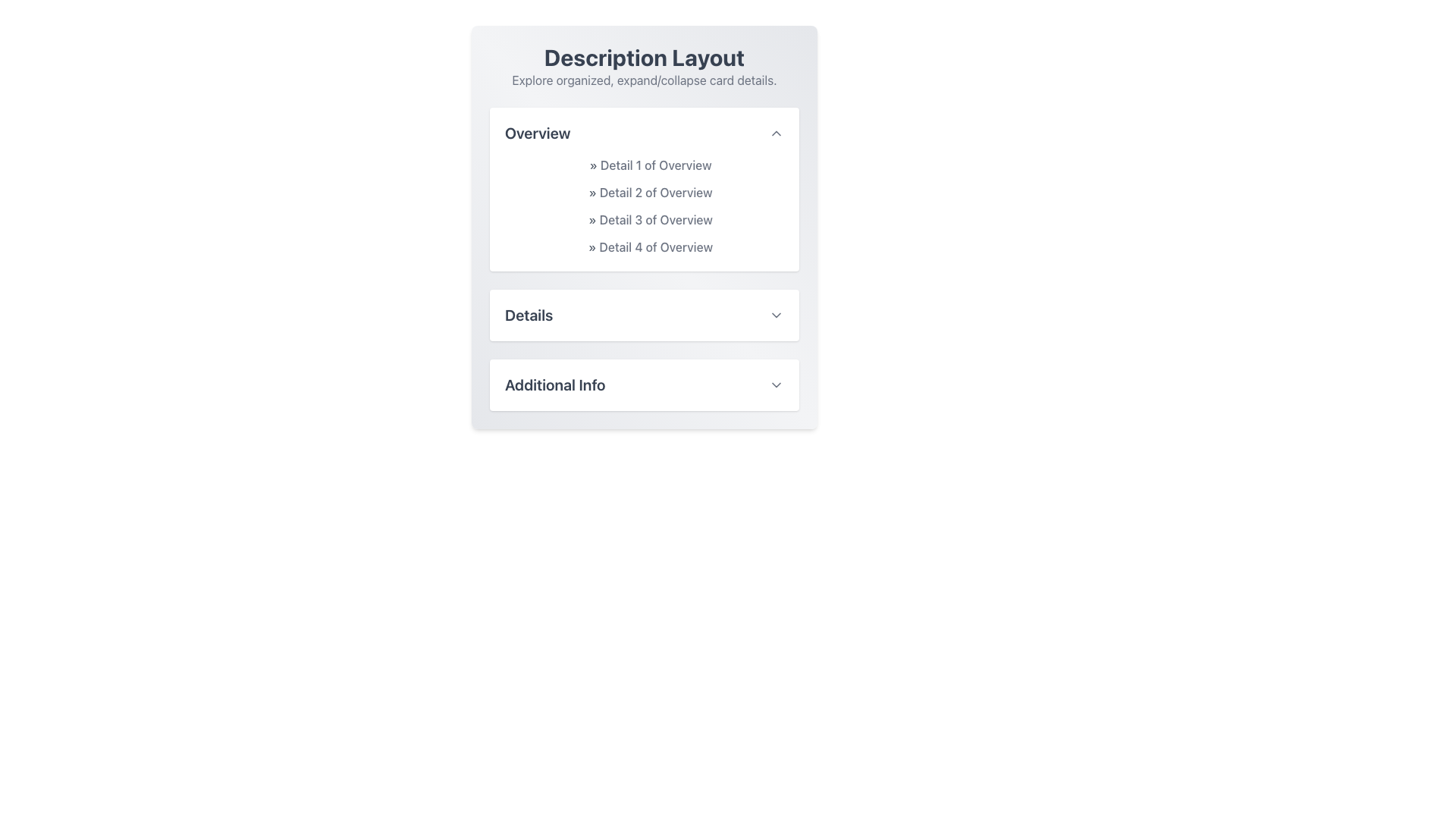 The width and height of the screenshot is (1456, 819). What do you see at coordinates (776, 384) in the screenshot?
I see `the Chevron toggle button located at the far right of the 'Additional Info' section header to observe its hover effect` at bounding box center [776, 384].